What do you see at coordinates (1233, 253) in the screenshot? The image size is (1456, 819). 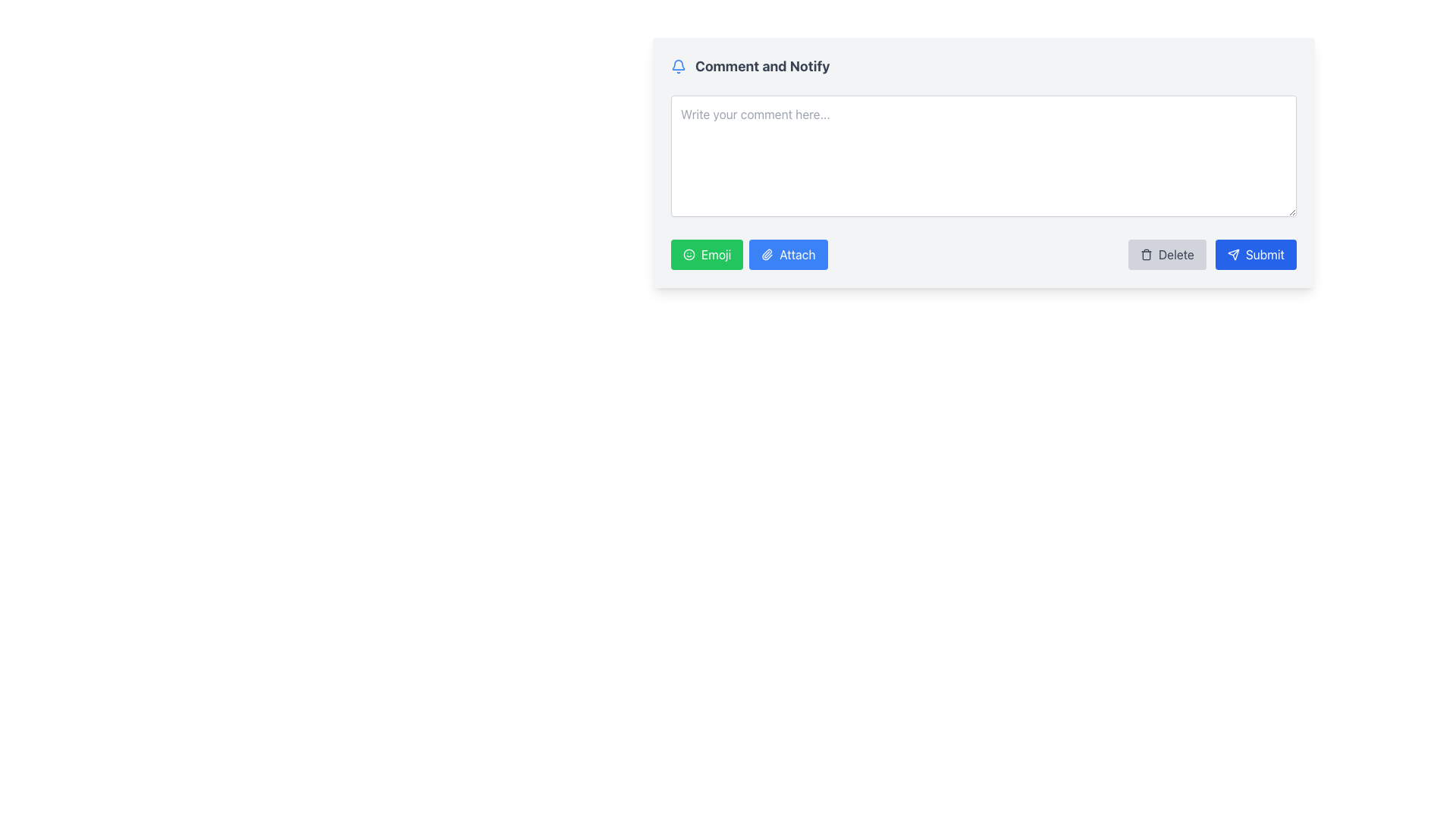 I see `the send icon depicted with a triangular arrow pointing to the top-right, which is located inside the blue 'Submit' button` at bounding box center [1233, 253].